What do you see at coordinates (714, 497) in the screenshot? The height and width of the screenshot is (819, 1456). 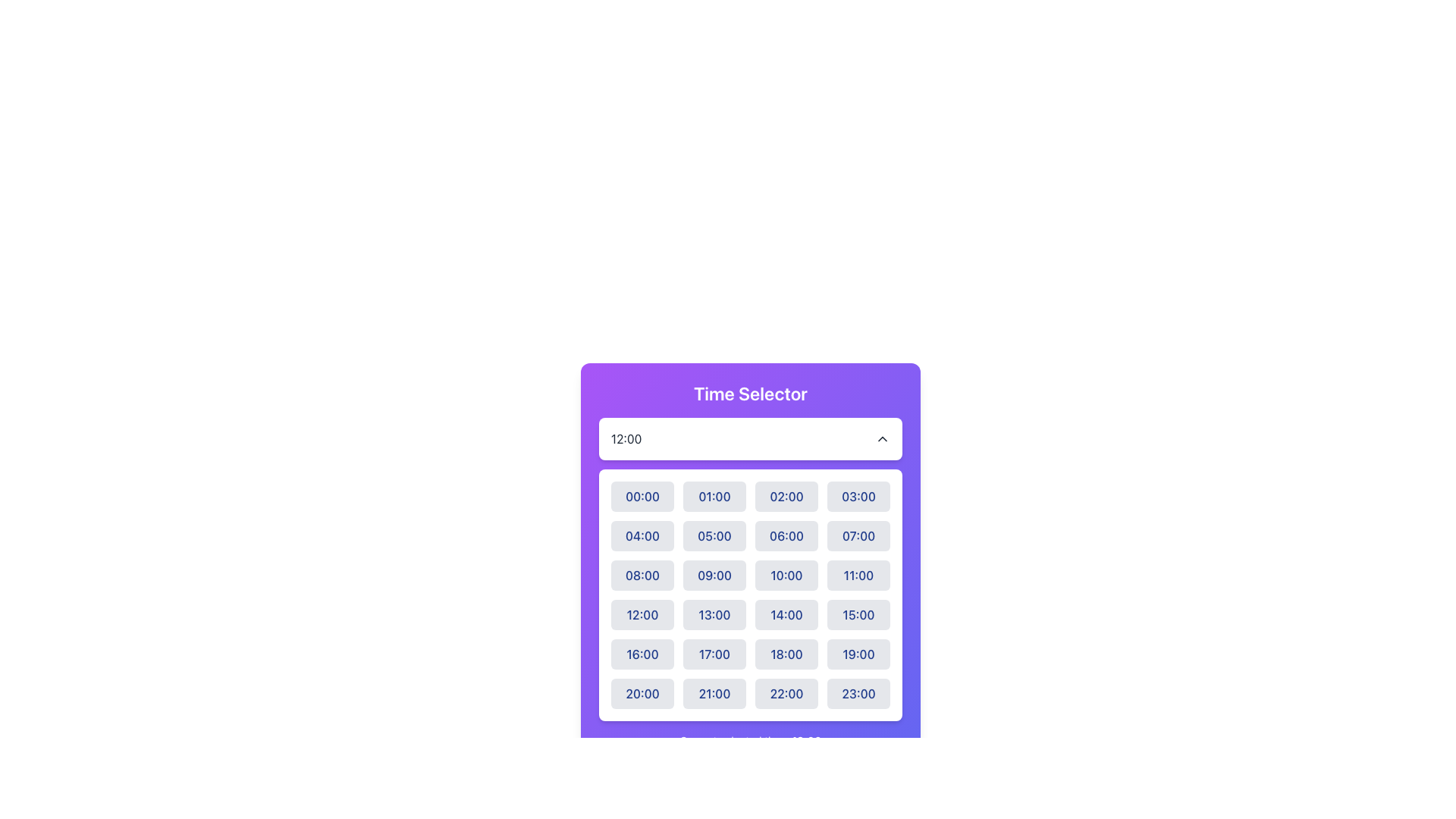 I see `the rounded rectangular button displaying '01:00'` at bounding box center [714, 497].